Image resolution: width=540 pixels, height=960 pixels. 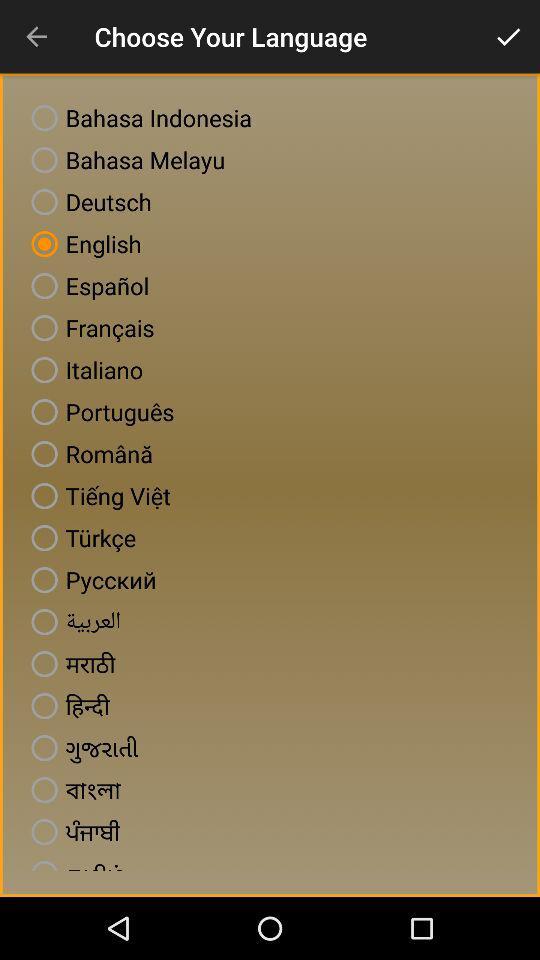 I want to click on icon to the left of the choose your language icon, so click(x=36, y=35).